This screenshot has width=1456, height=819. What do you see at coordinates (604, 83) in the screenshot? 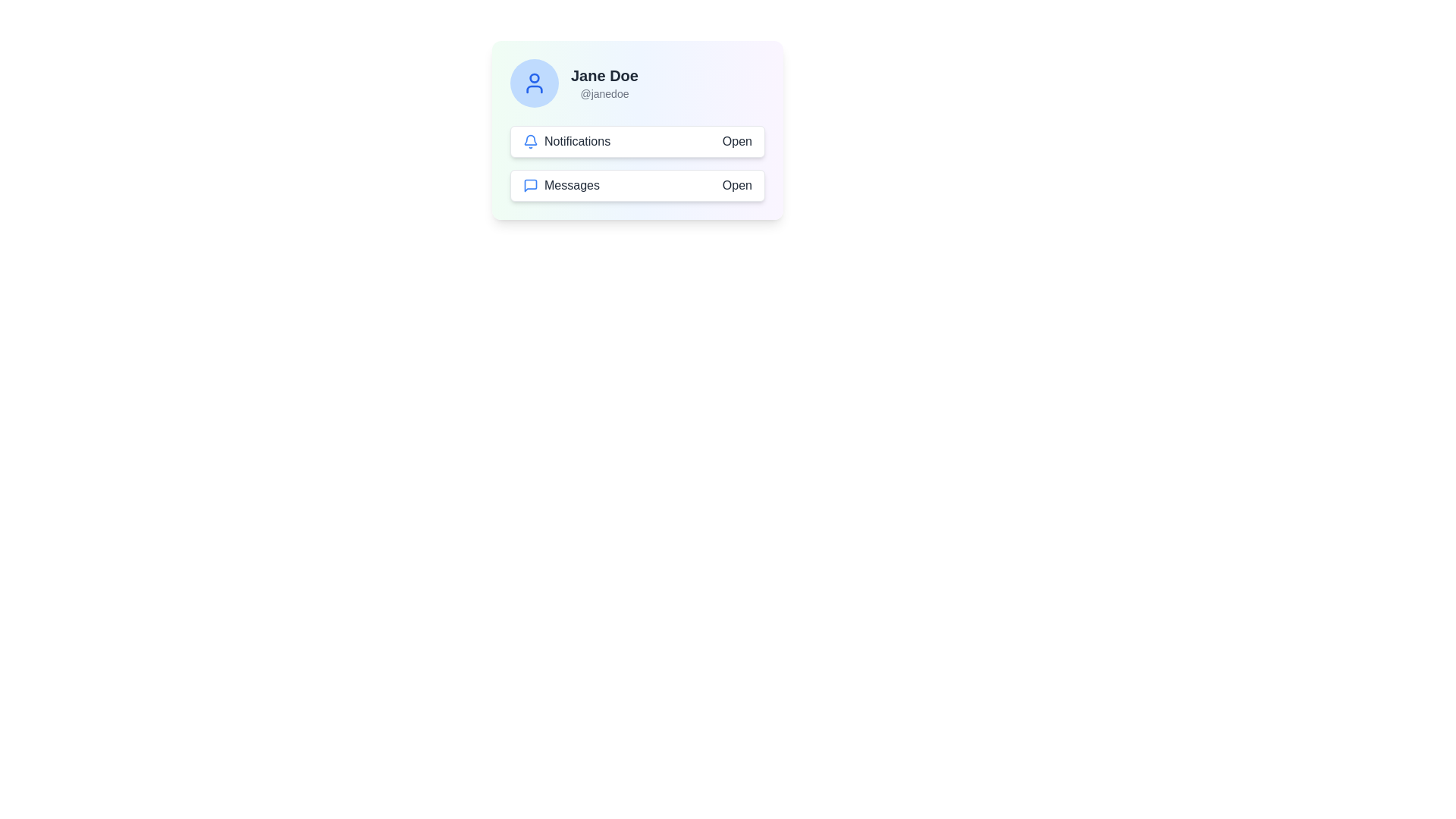
I see `the profile information element displaying the name 'Jane Doe' and the username '@janedoe', located in the top-right section of a white card layout` at bounding box center [604, 83].